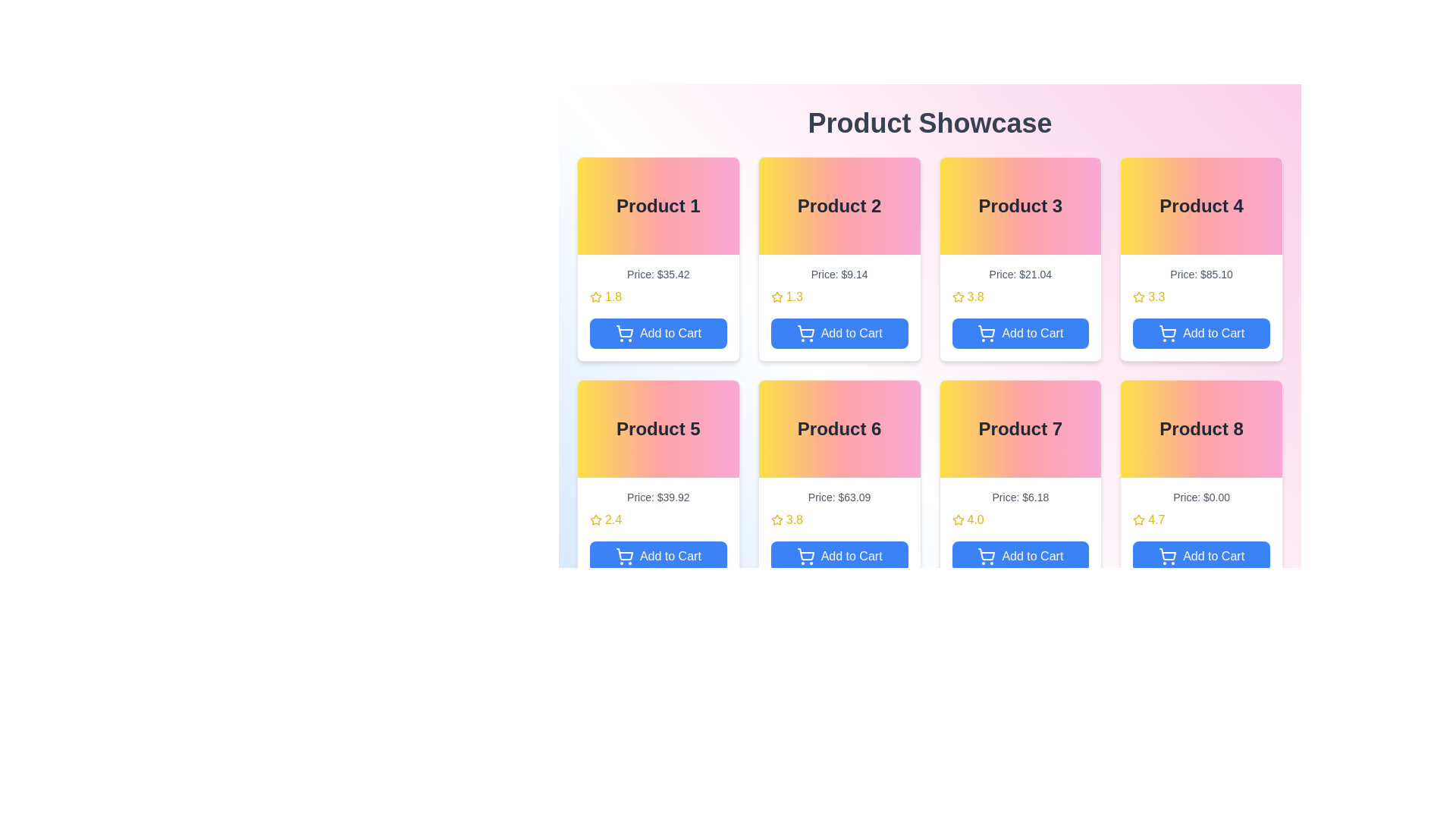 This screenshot has width=1456, height=819. Describe the element at coordinates (957, 519) in the screenshot. I see `the decorative star-rating icon located in the seventh product card, which is positioned near the numeric rating value at the bottom-left of the card` at that location.